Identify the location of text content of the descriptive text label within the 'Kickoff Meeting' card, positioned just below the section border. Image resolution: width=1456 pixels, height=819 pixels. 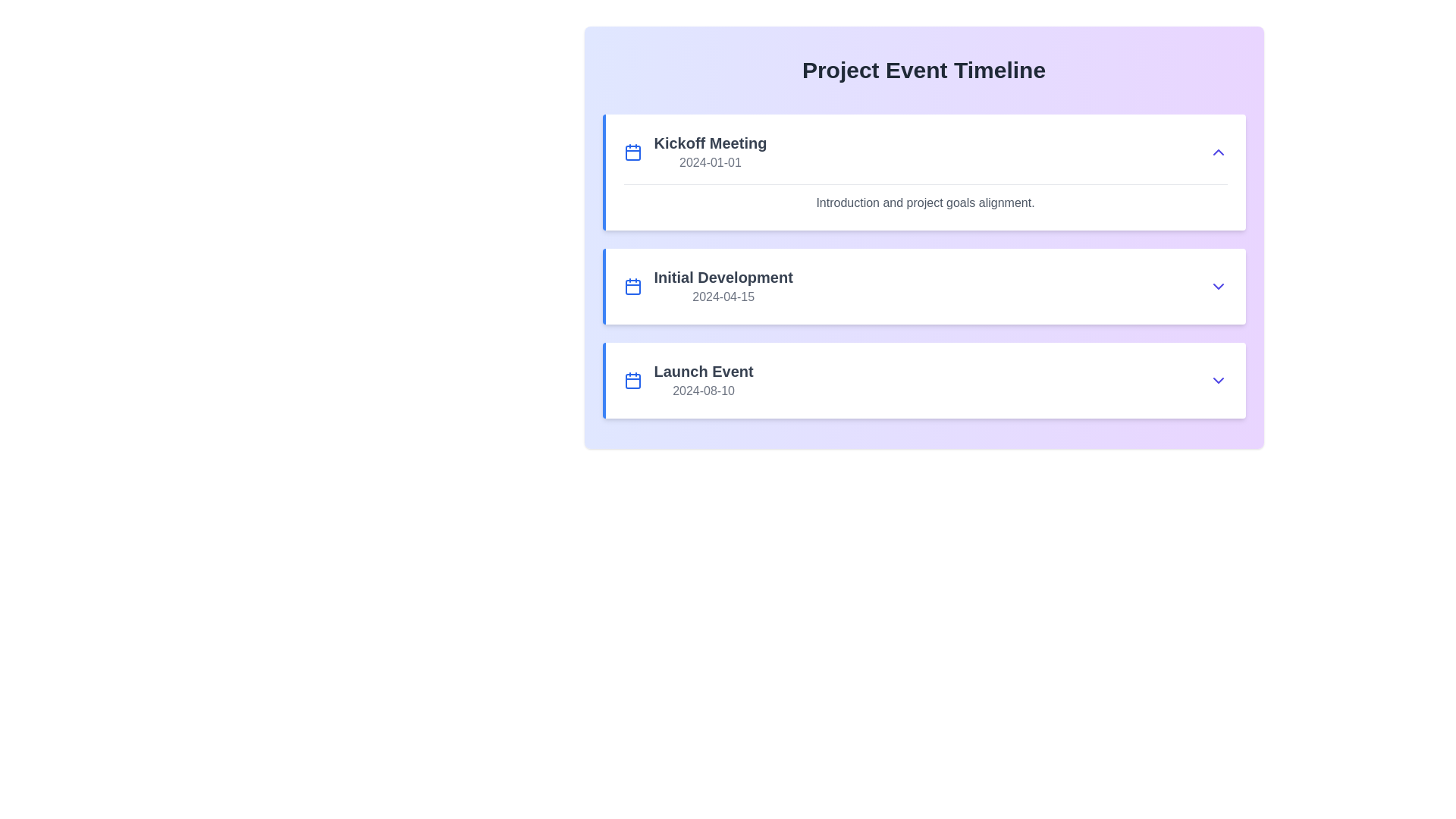
(924, 202).